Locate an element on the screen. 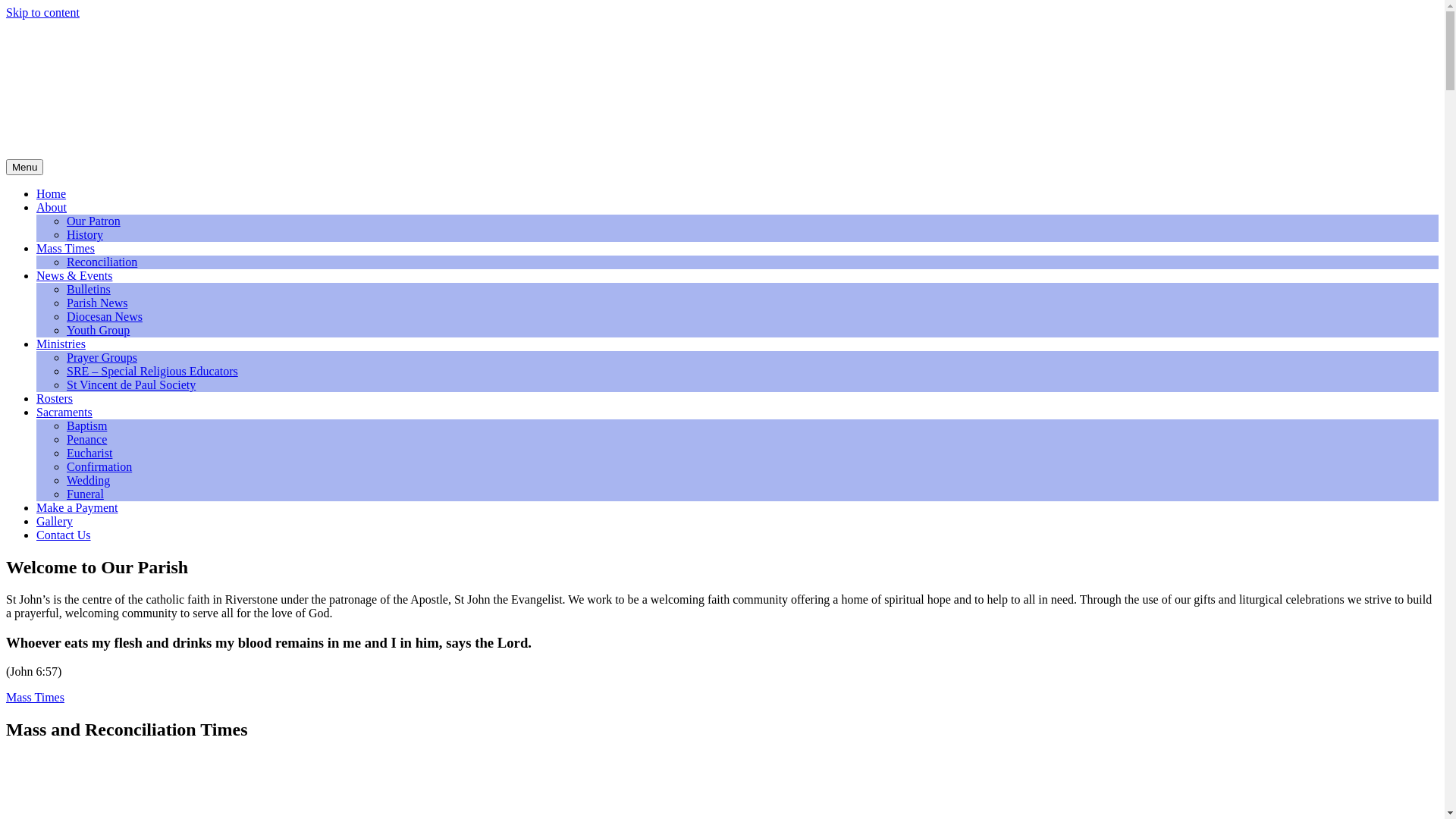 This screenshot has height=819, width=1456. 'Bulletins' is located at coordinates (87, 289).